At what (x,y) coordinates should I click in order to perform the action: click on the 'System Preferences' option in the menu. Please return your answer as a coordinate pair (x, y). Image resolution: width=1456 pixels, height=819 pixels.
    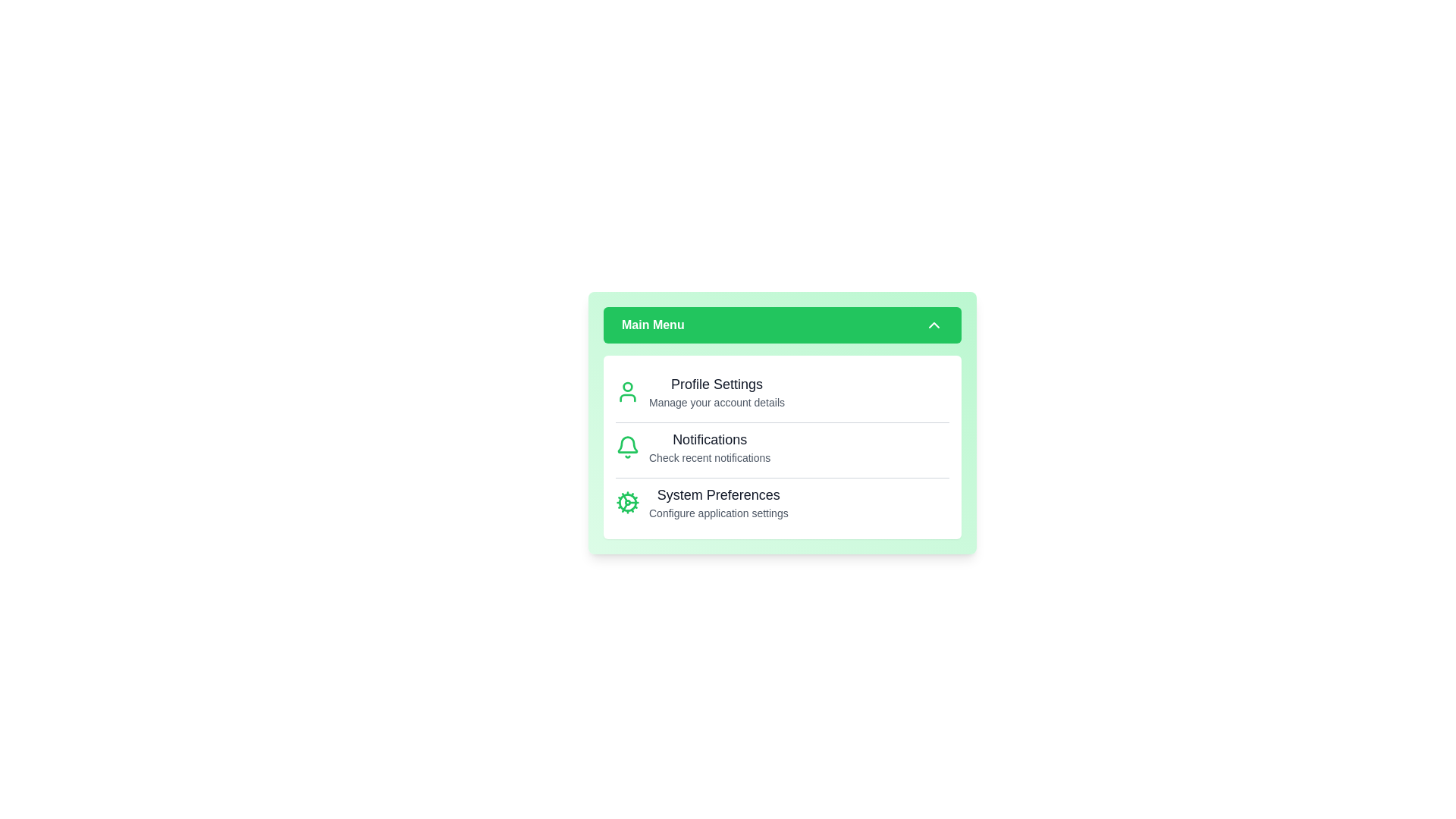
    Looking at the image, I should click on (717, 503).